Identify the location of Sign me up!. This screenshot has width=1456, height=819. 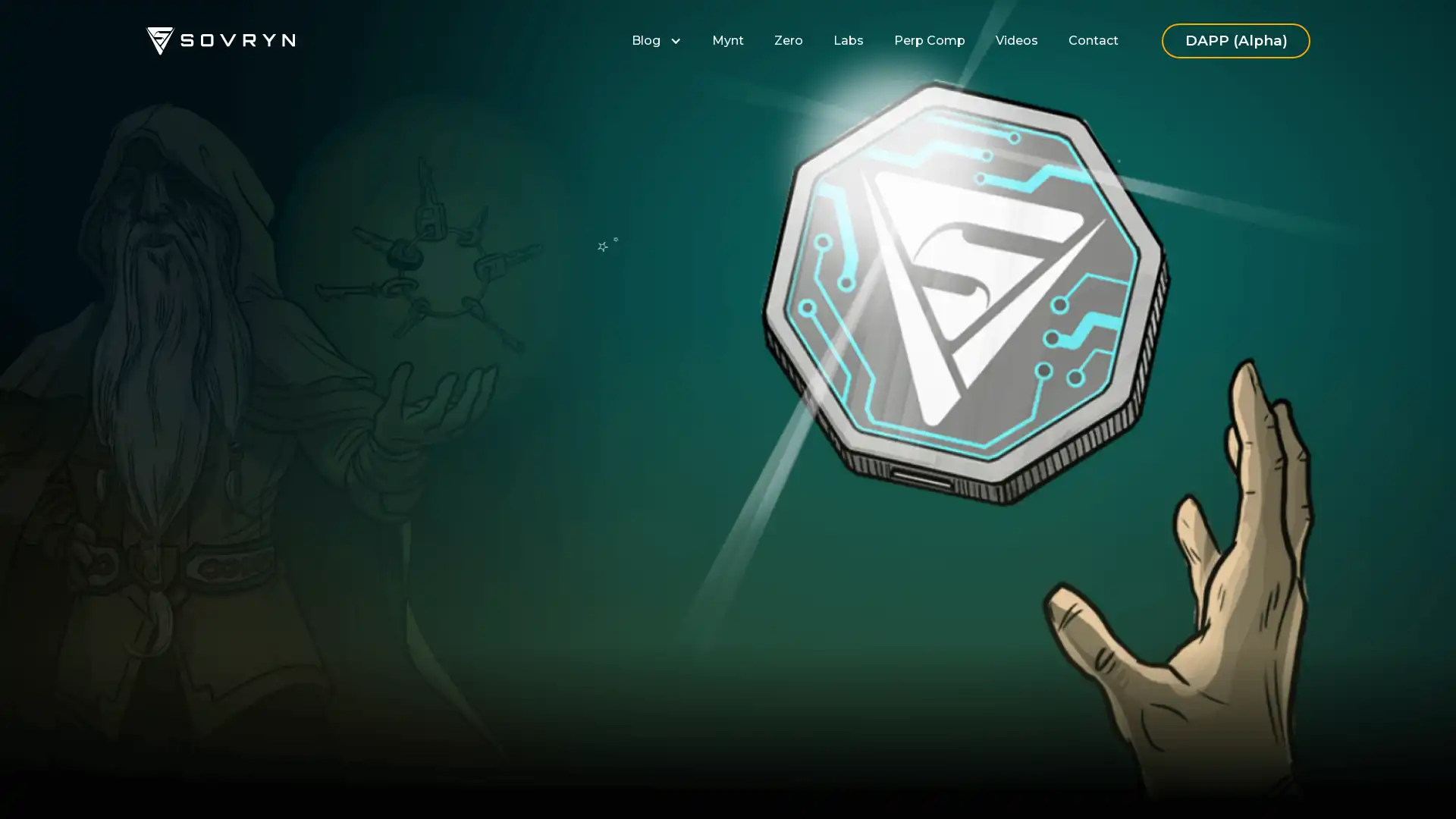
(543, 507).